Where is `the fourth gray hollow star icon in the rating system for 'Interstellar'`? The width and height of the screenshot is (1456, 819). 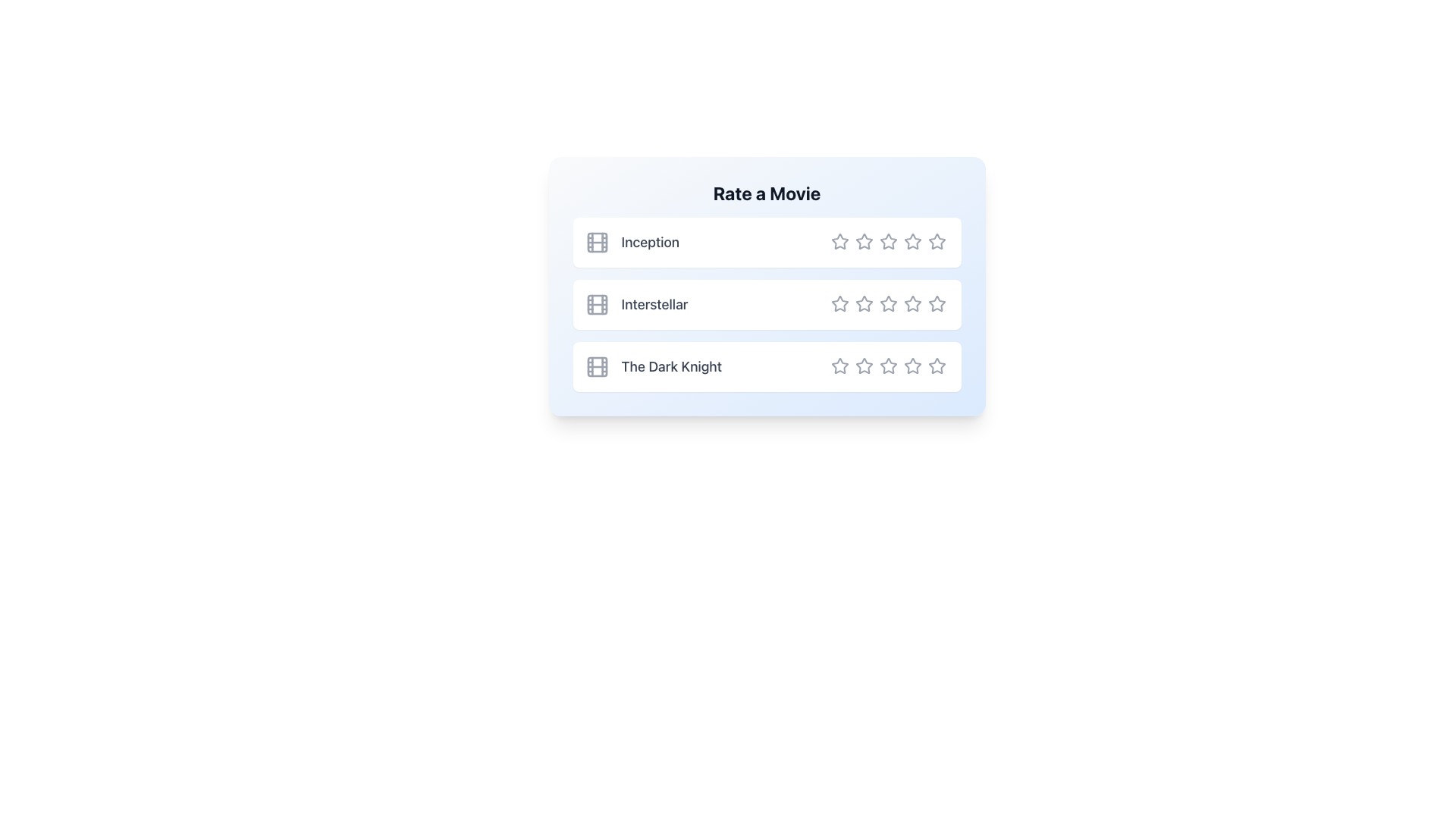
the fourth gray hollow star icon in the rating system for 'Interstellar' is located at coordinates (936, 303).